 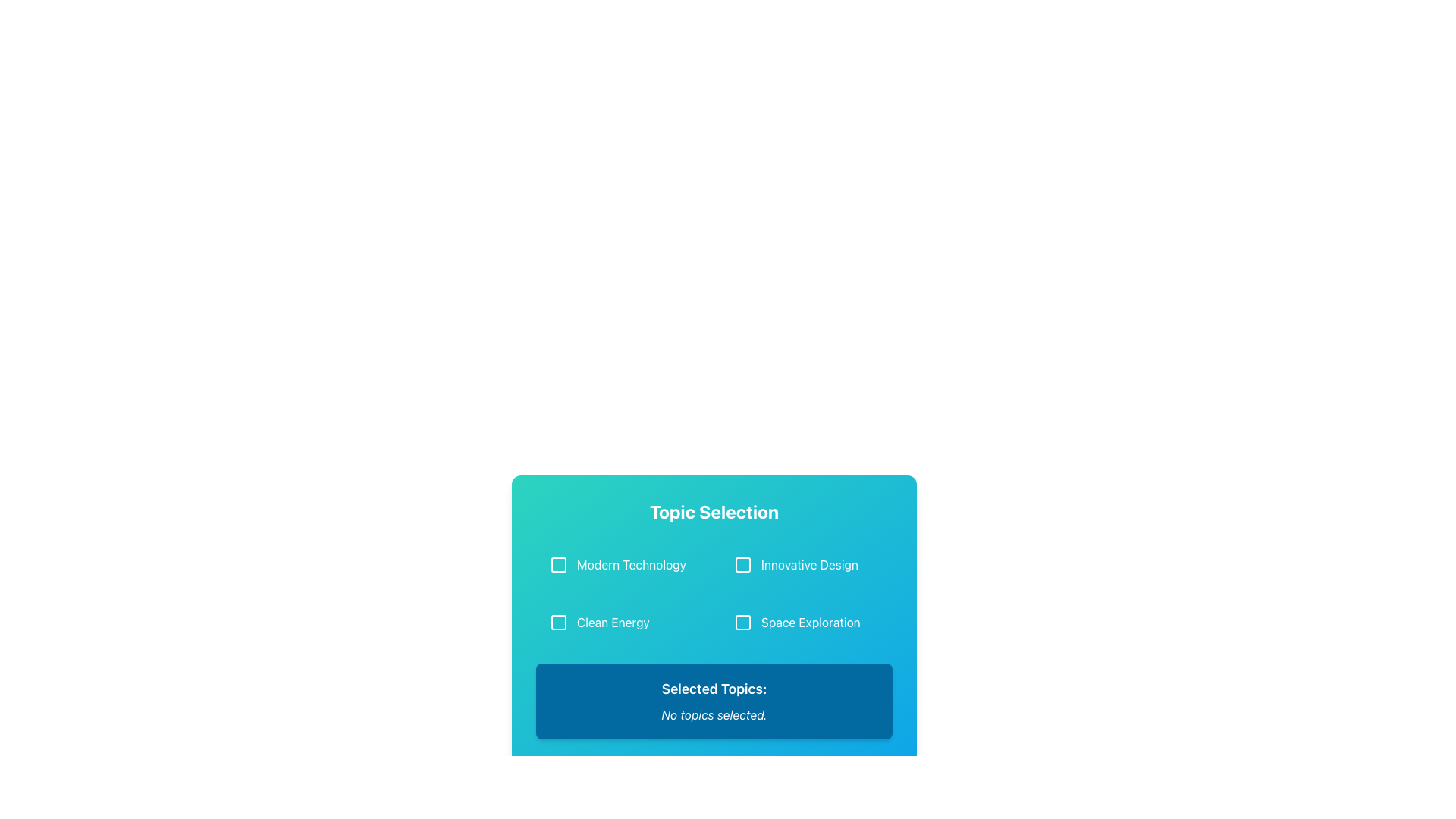 I want to click on the interactive card with checkboxes and information display, located in the lower middle section of the interface, so click(x=713, y=605).